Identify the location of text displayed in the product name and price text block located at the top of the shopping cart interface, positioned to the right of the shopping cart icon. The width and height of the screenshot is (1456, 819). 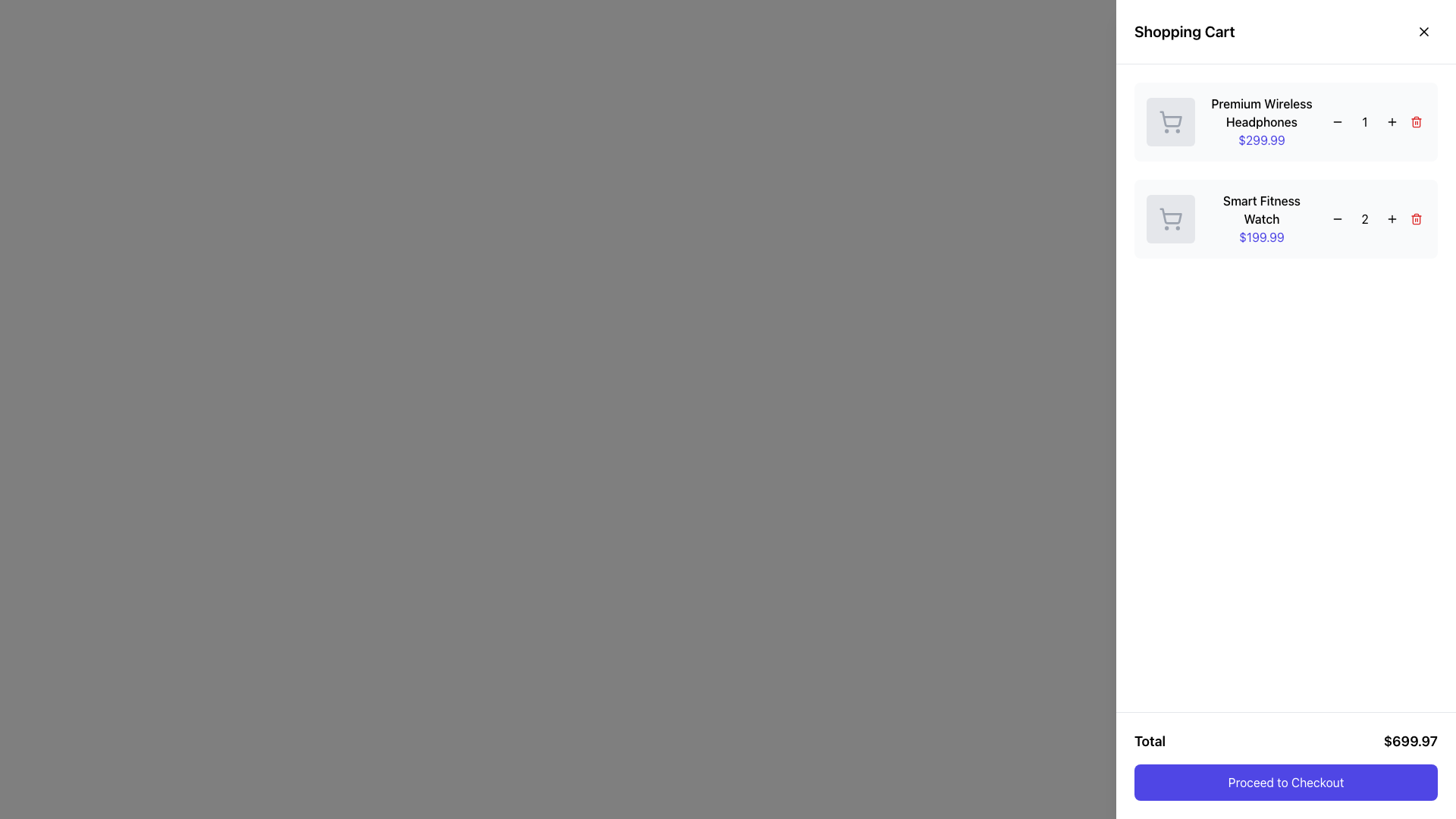
(1262, 121).